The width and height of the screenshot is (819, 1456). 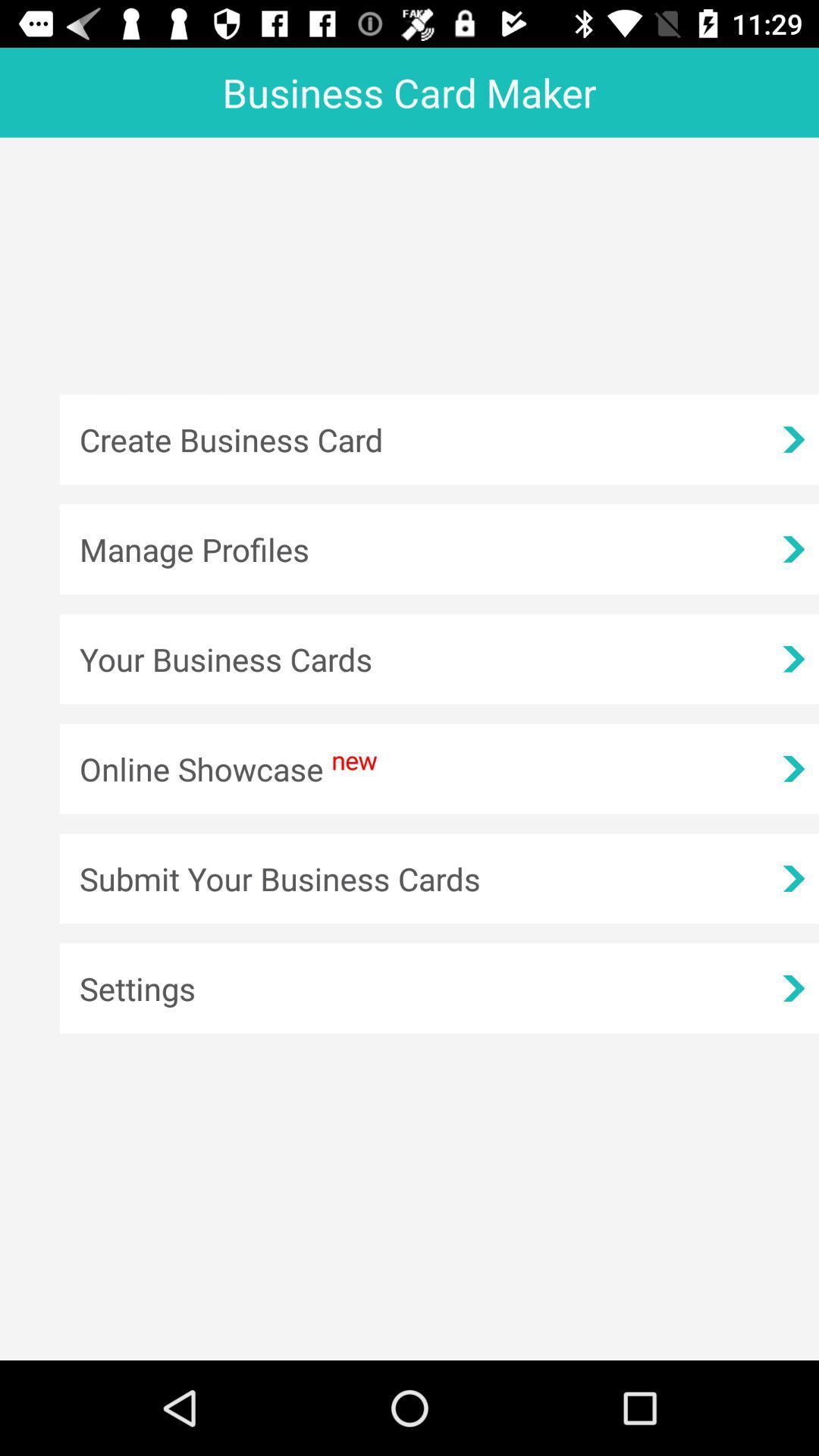 What do you see at coordinates (439, 988) in the screenshot?
I see `the settings option` at bounding box center [439, 988].